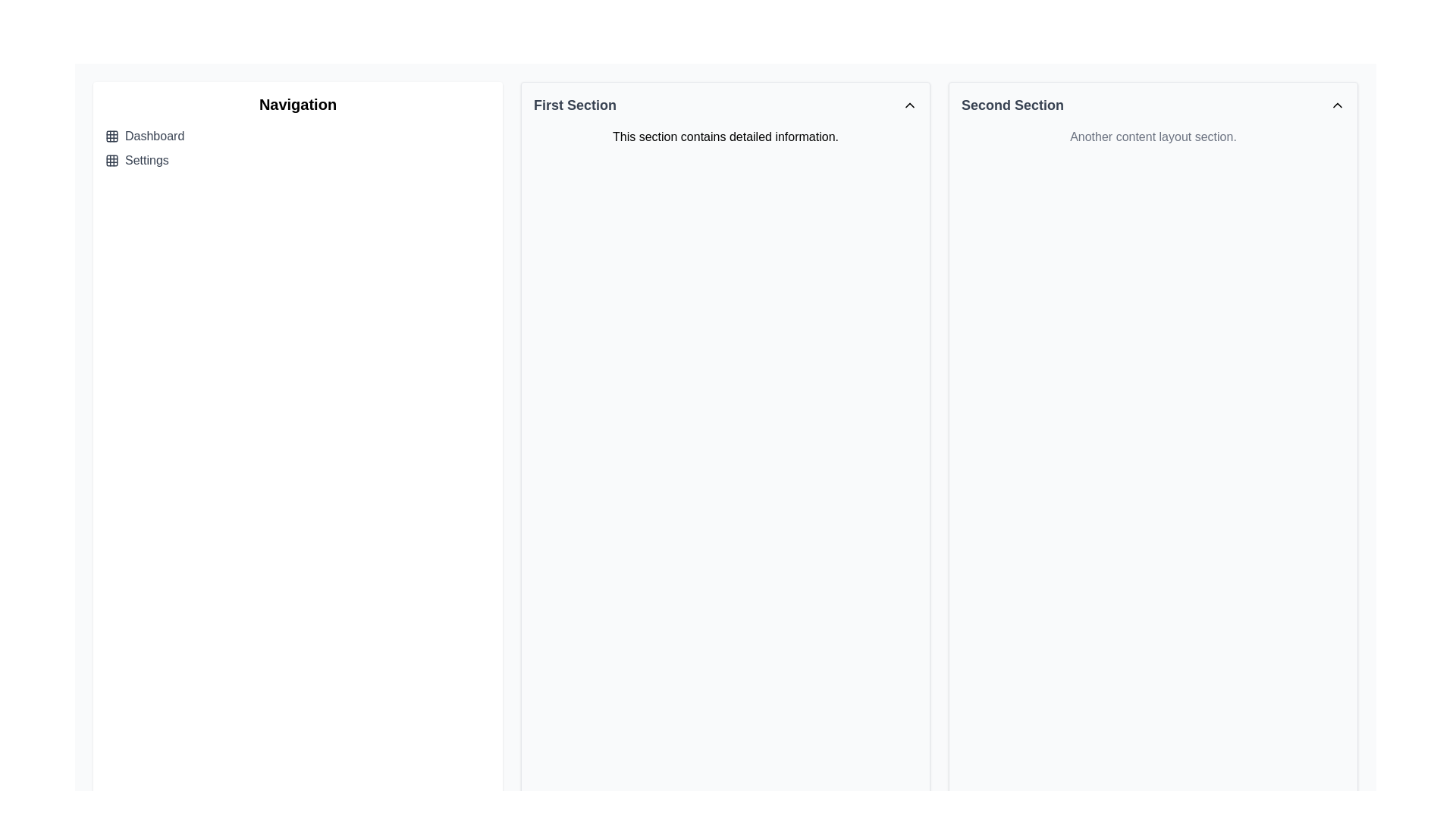 Image resolution: width=1456 pixels, height=819 pixels. What do you see at coordinates (1337, 104) in the screenshot?
I see `the chevron-up button/icon located at the far right of the header area in the 'Second Section'` at bounding box center [1337, 104].